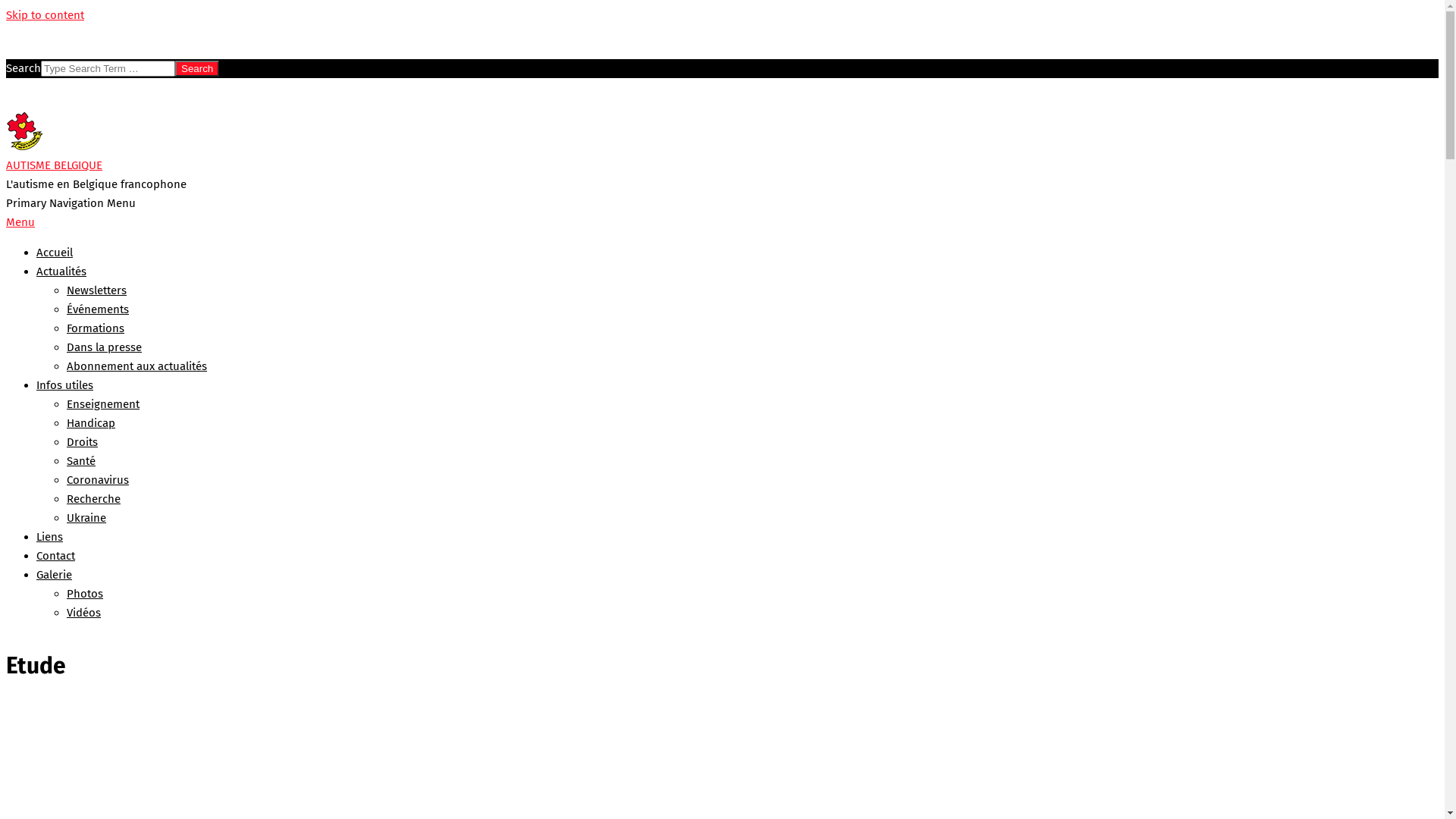  What do you see at coordinates (6, 222) in the screenshot?
I see `'Menu'` at bounding box center [6, 222].